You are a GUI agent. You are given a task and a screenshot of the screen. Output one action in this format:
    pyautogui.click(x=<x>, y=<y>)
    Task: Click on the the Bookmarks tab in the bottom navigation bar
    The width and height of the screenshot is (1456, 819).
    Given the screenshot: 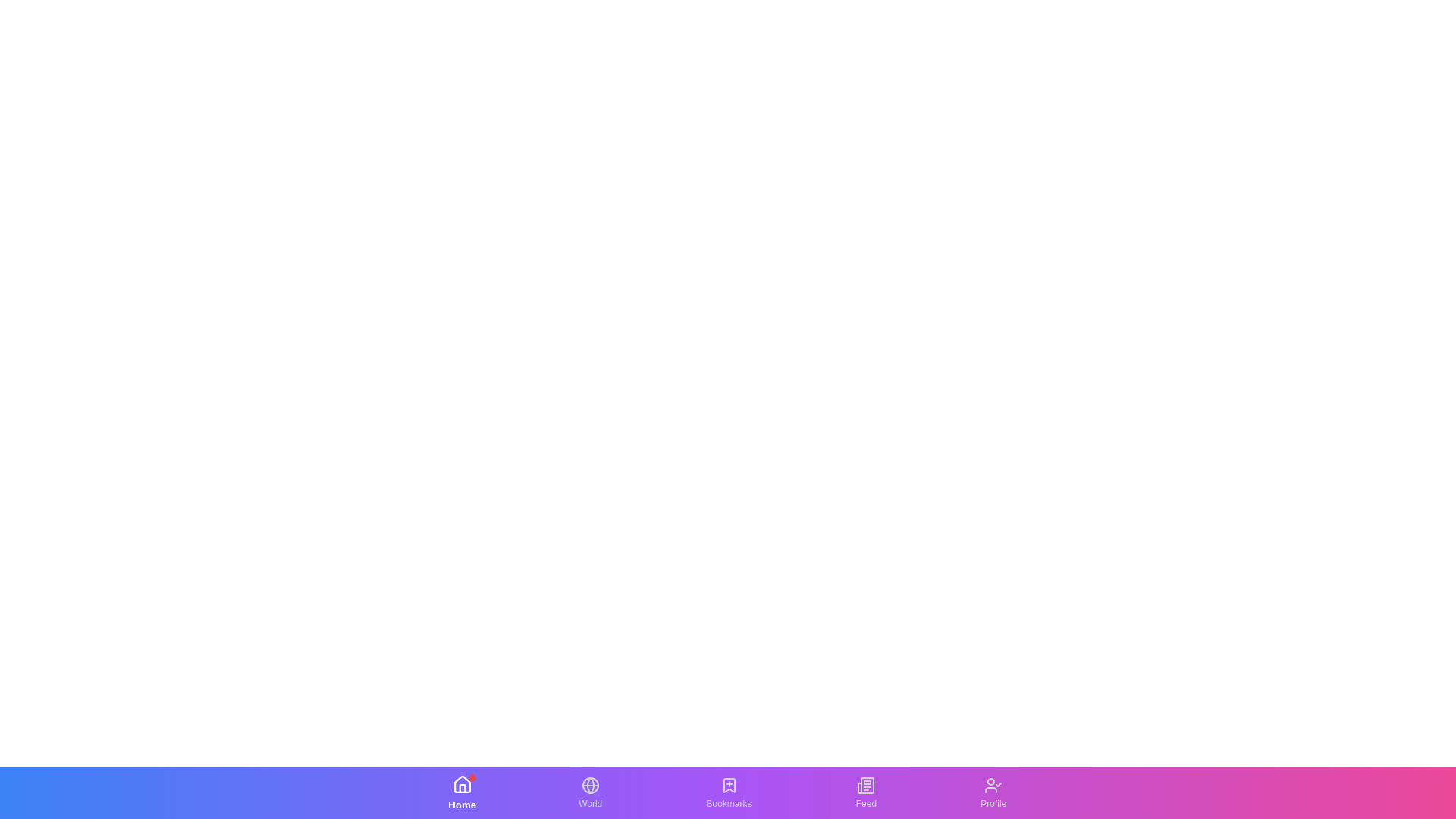 What is the action you would take?
    pyautogui.click(x=729, y=792)
    